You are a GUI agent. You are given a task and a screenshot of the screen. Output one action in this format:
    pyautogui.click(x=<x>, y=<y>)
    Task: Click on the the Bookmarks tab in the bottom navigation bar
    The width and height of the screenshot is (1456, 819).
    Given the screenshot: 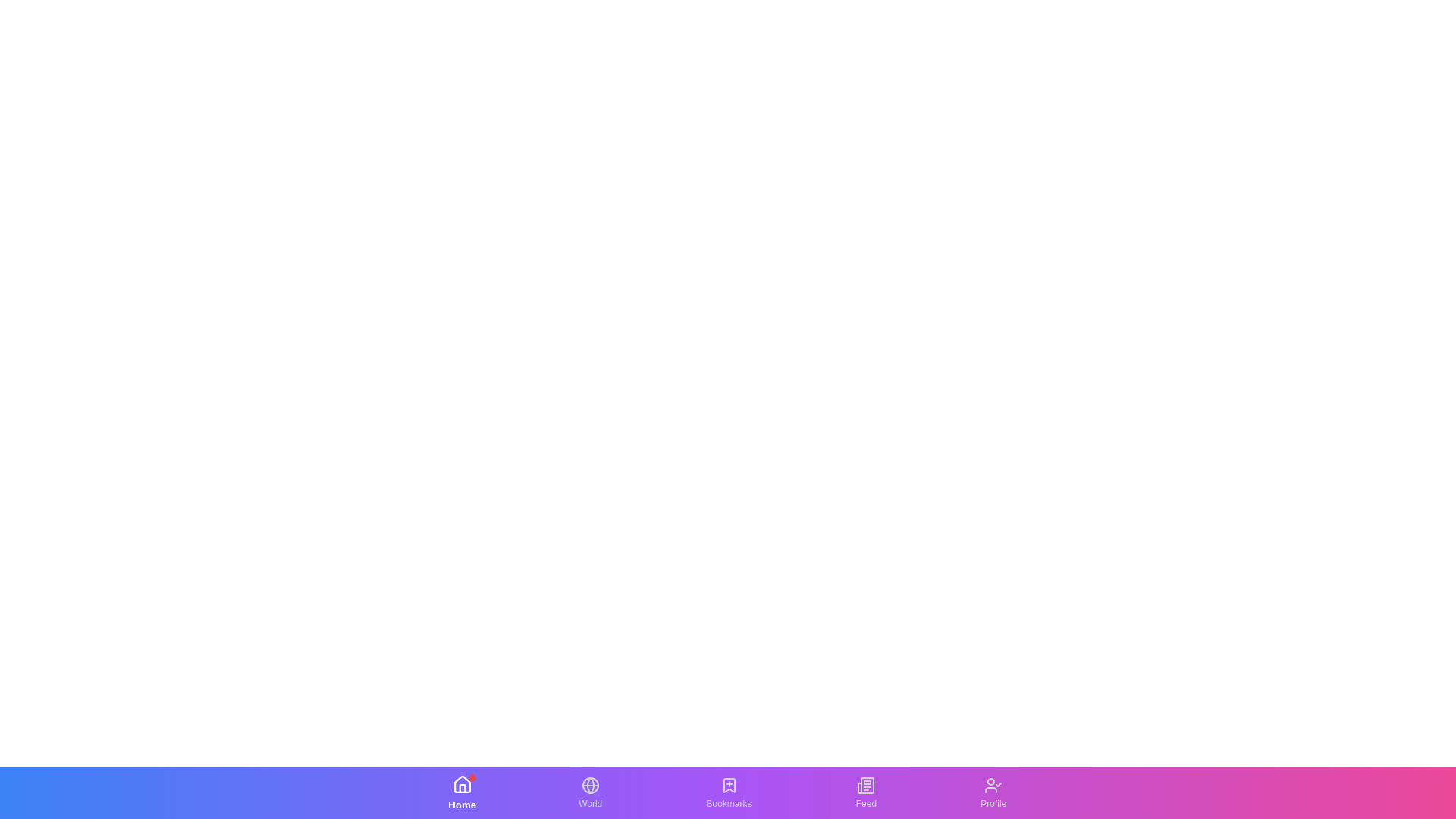 What is the action you would take?
    pyautogui.click(x=729, y=792)
    